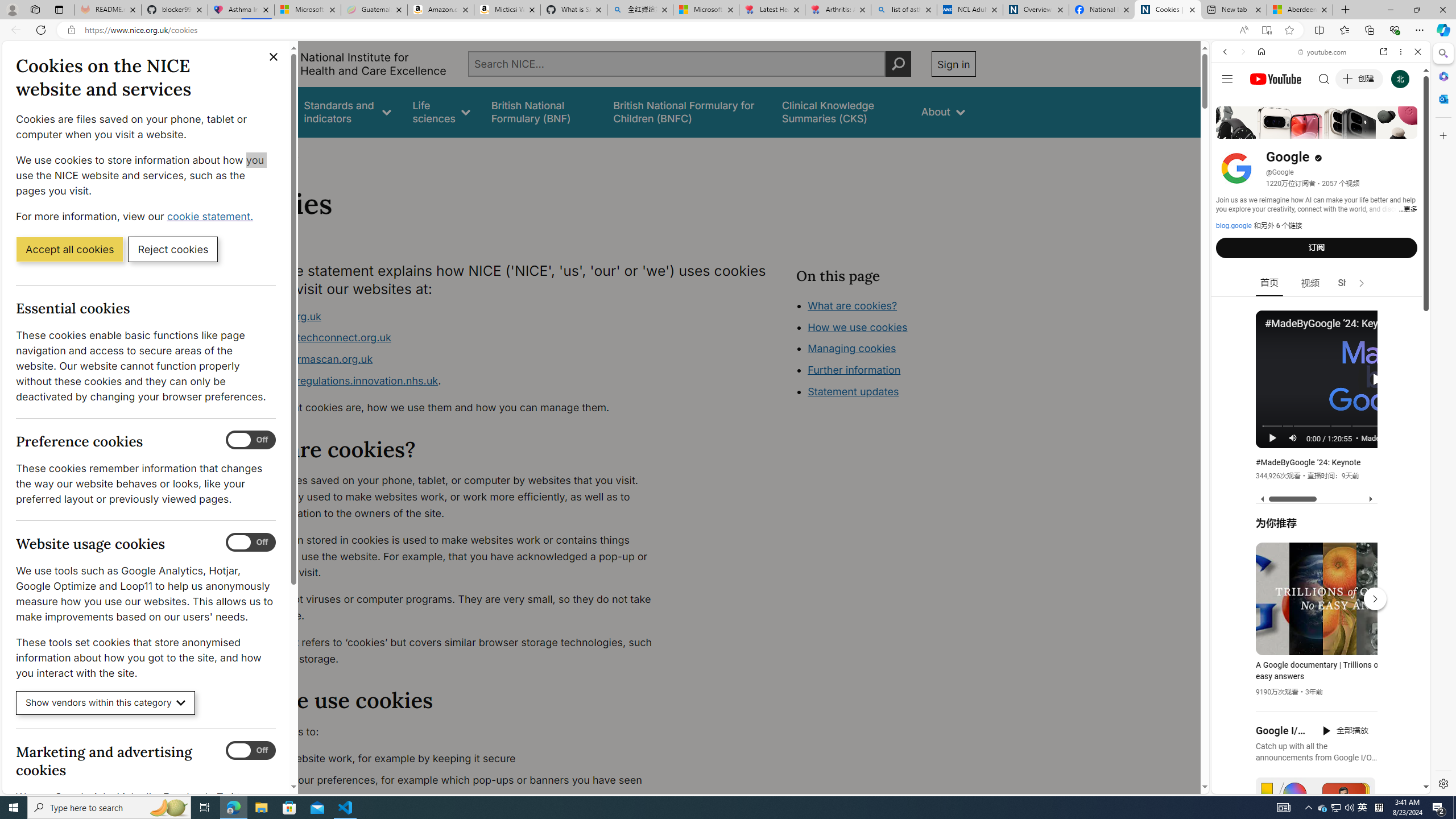  What do you see at coordinates (1384, 51) in the screenshot?
I see `'Open link in new tab'` at bounding box center [1384, 51].